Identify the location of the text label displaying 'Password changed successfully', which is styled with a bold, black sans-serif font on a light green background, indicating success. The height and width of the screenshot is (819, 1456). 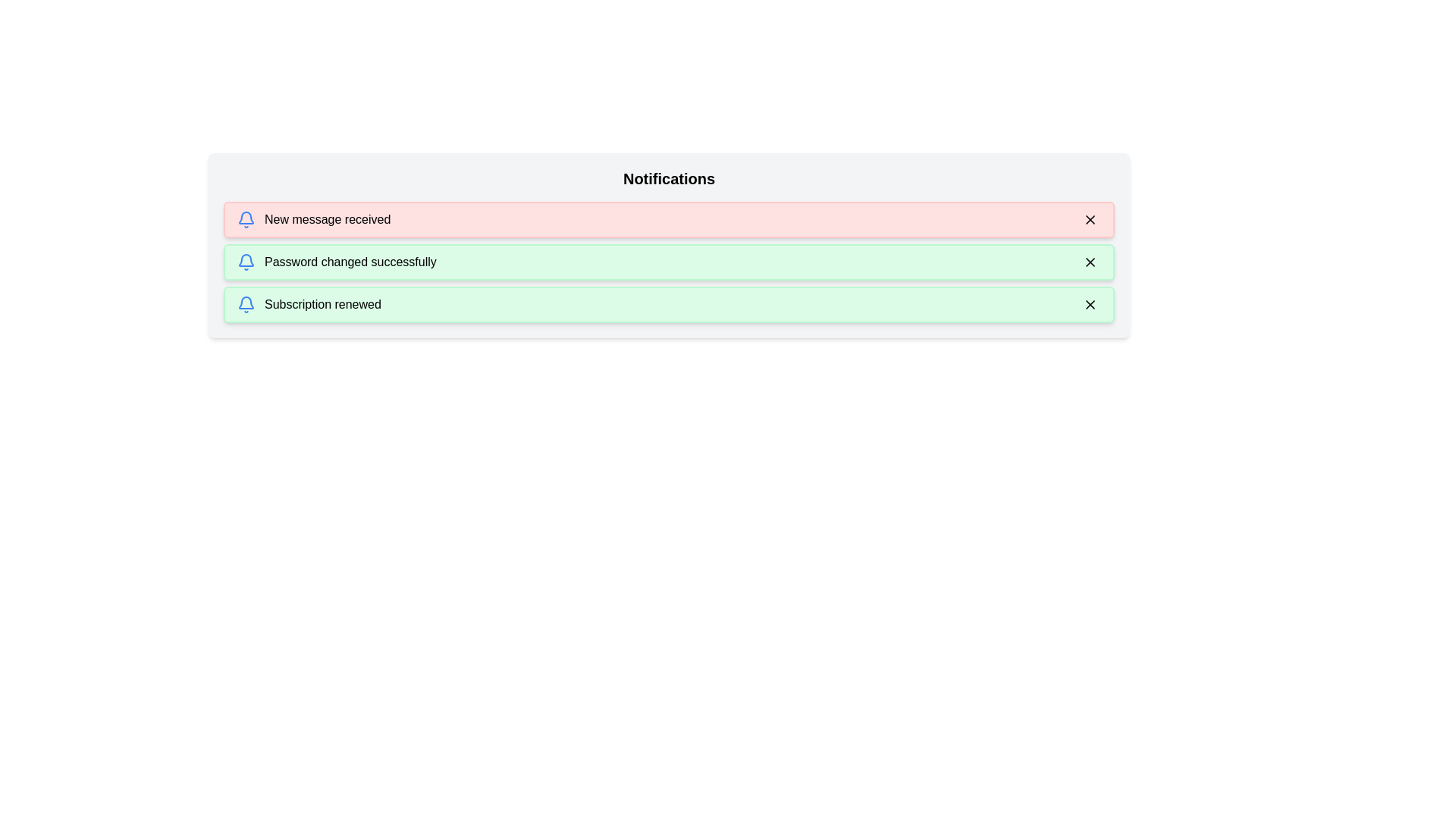
(350, 262).